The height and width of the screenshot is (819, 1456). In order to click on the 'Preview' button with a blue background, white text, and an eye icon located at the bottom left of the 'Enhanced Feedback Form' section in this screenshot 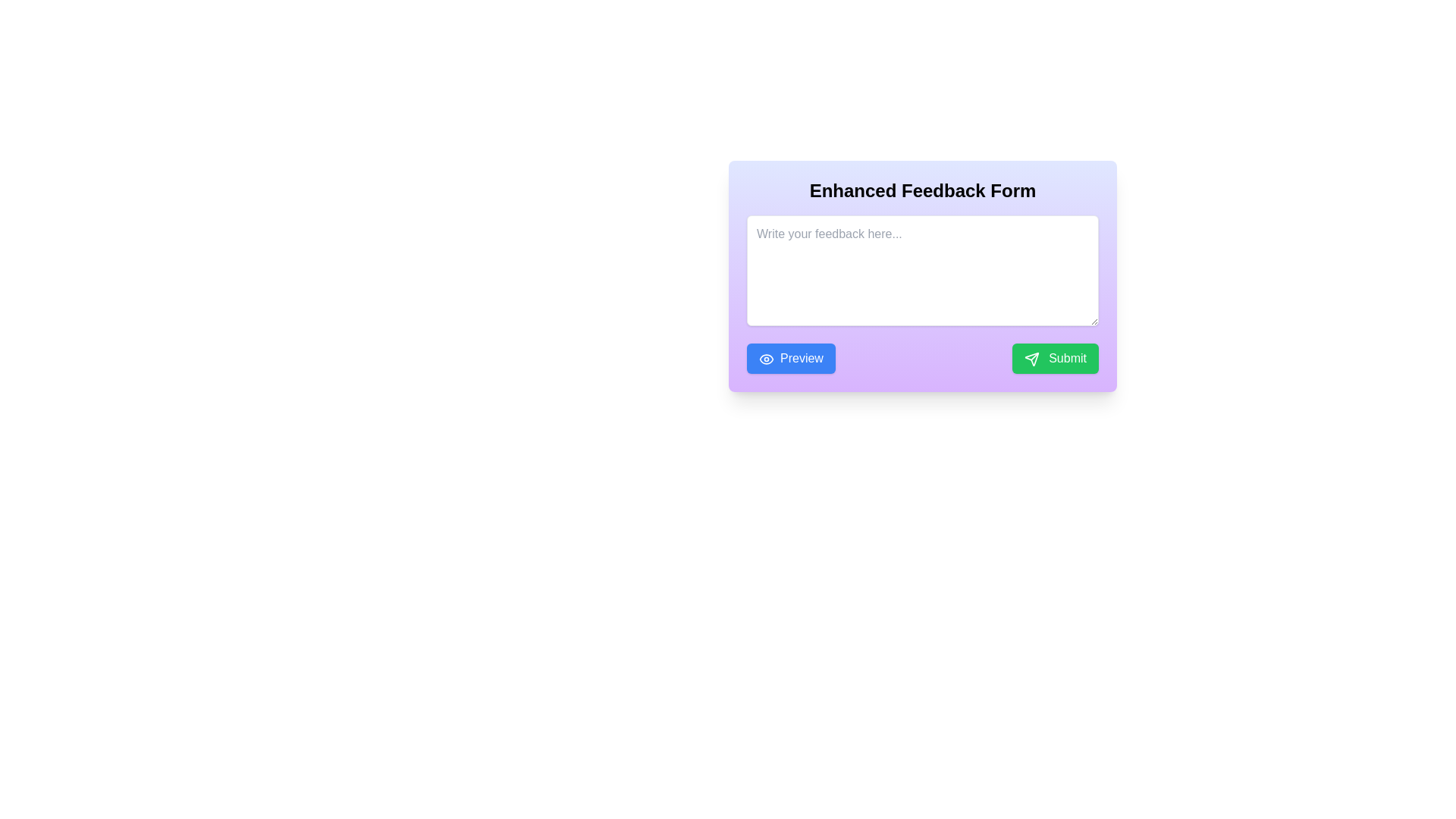, I will do `click(790, 359)`.